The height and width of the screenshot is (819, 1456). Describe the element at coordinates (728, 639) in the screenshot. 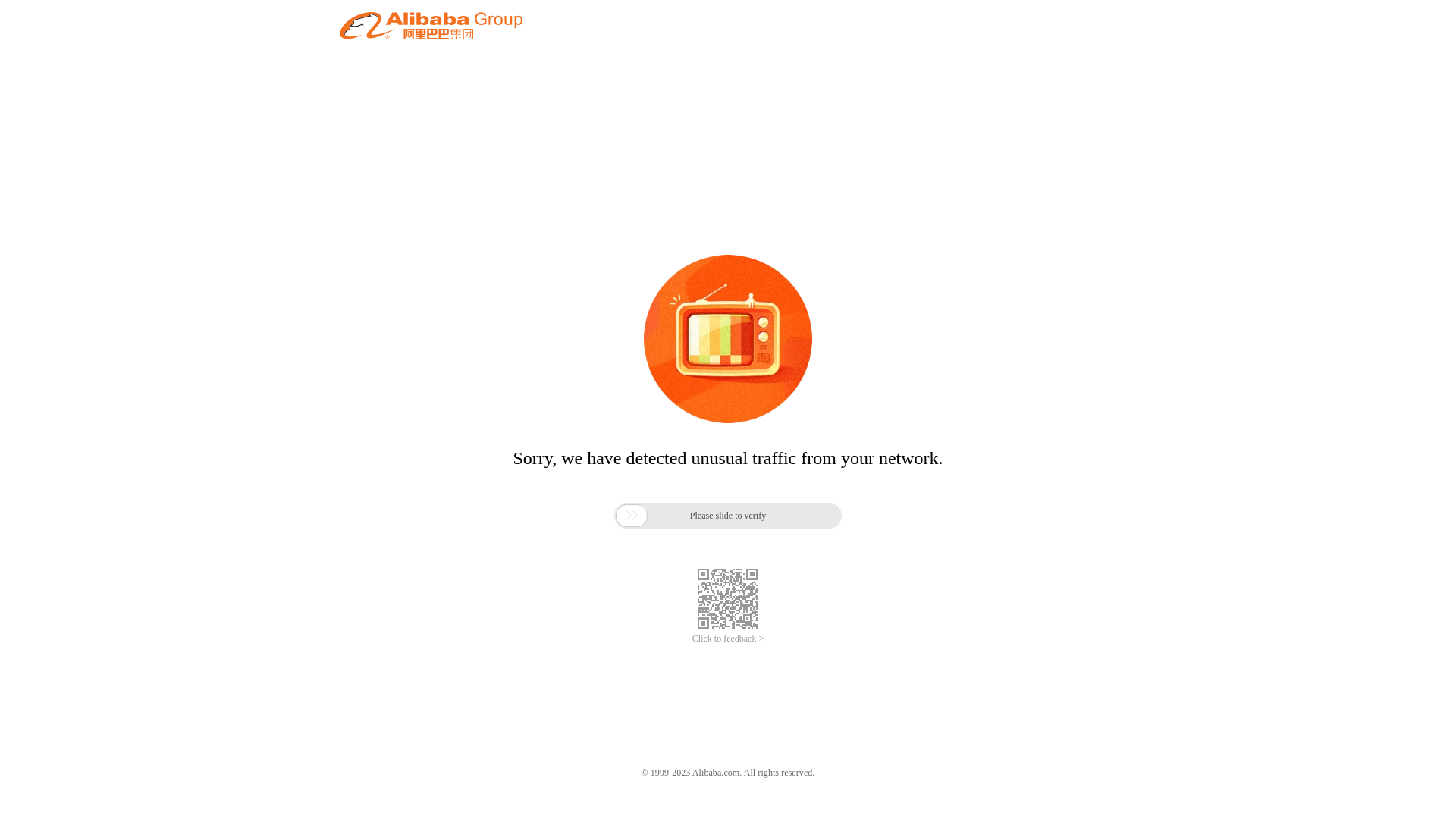

I see `'Click to feedback >'` at that location.